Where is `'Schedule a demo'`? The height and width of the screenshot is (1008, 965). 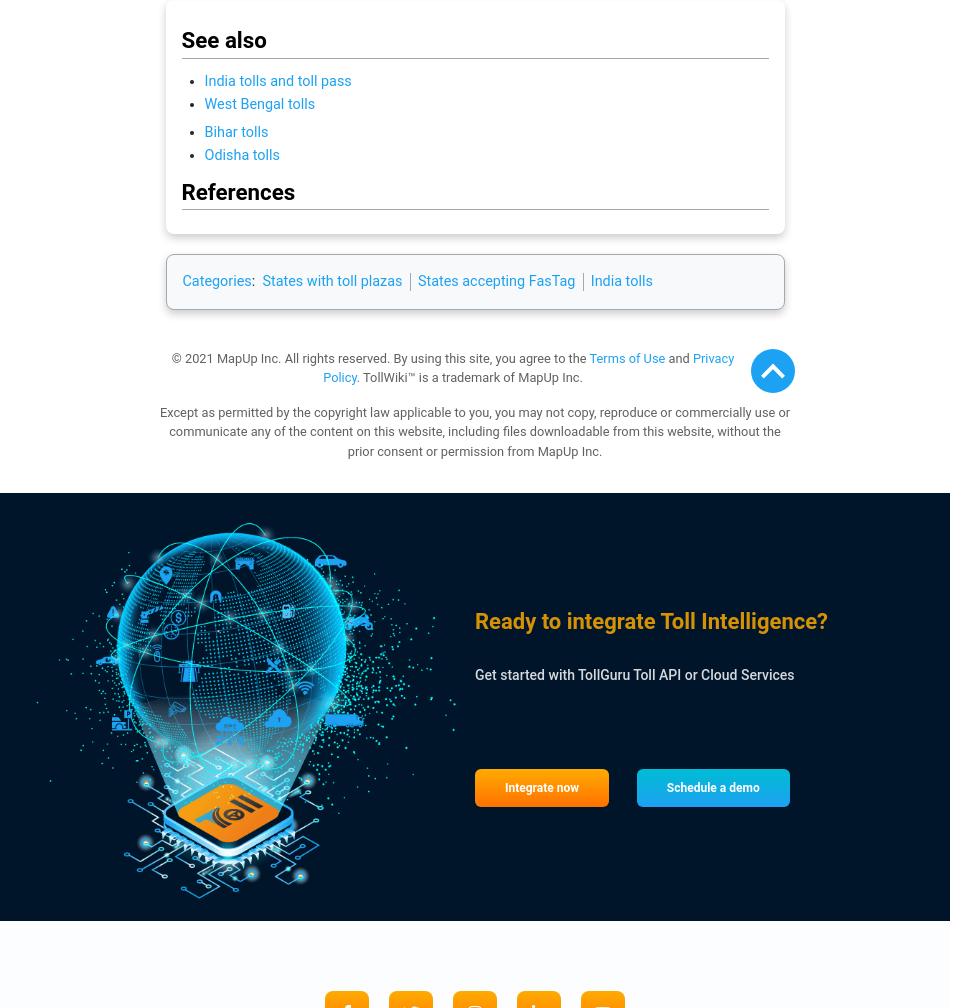
'Schedule a demo' is located at coordinates (712, 787).